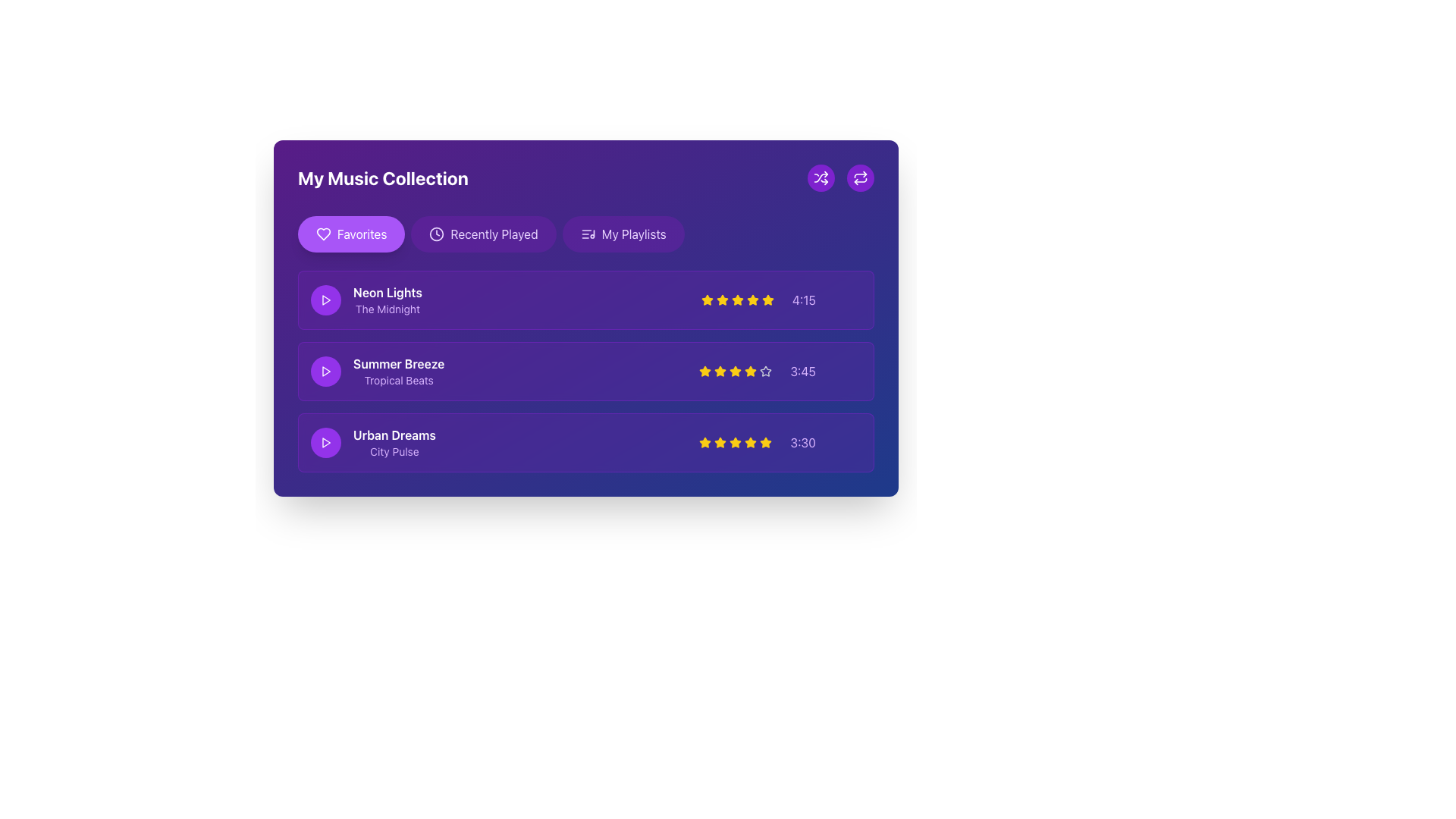 This screenshot has width=1456, height=819. I want to click on the fifth star-shaped icon in the star rating for the song 'Summer Breeze' by 'Tropical Beats', so click(766, 371).